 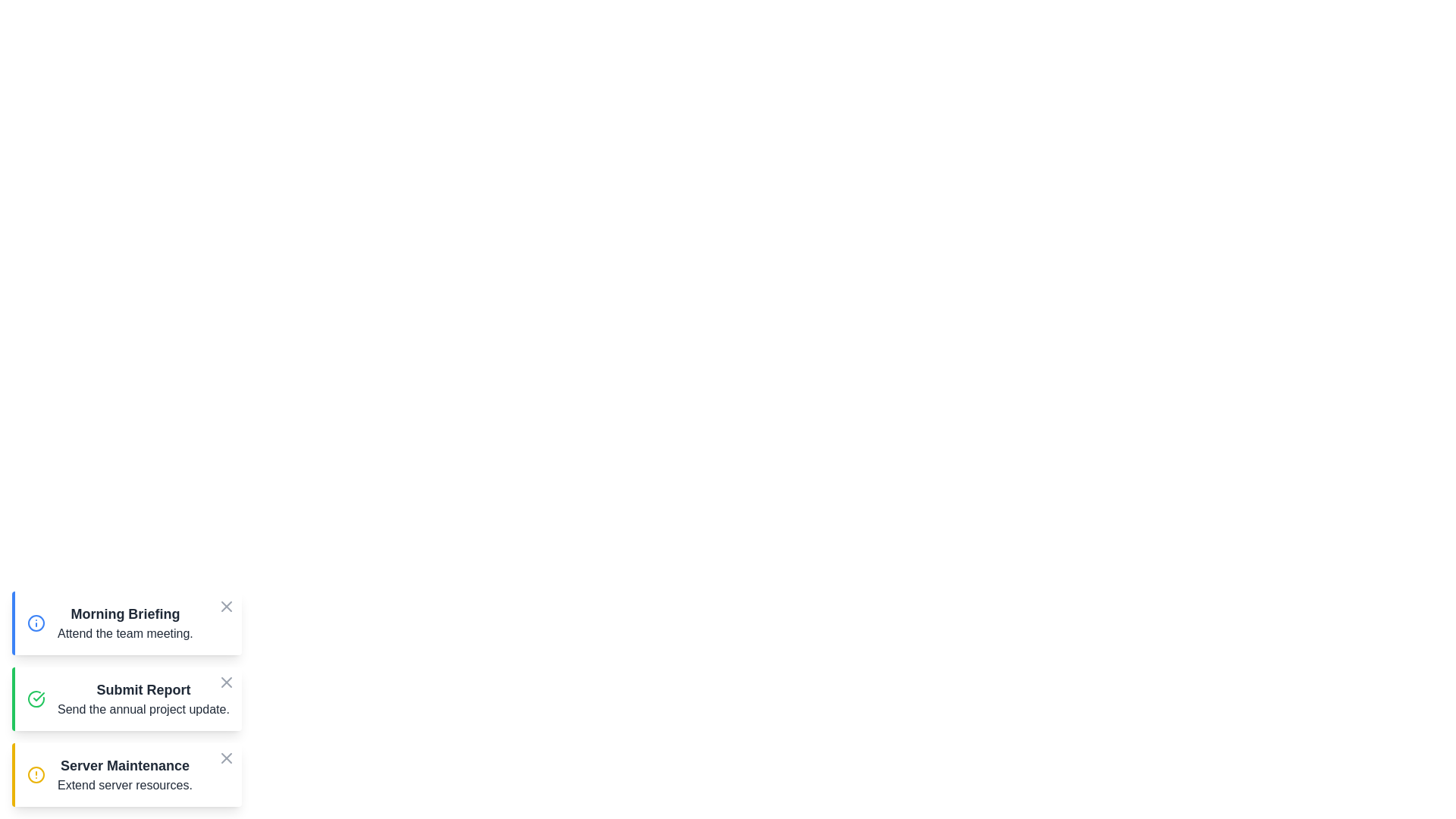 I want to click on the close button located in the top-right corner of the 'Morning Briefing' notification card, so click(x=225, y=605).